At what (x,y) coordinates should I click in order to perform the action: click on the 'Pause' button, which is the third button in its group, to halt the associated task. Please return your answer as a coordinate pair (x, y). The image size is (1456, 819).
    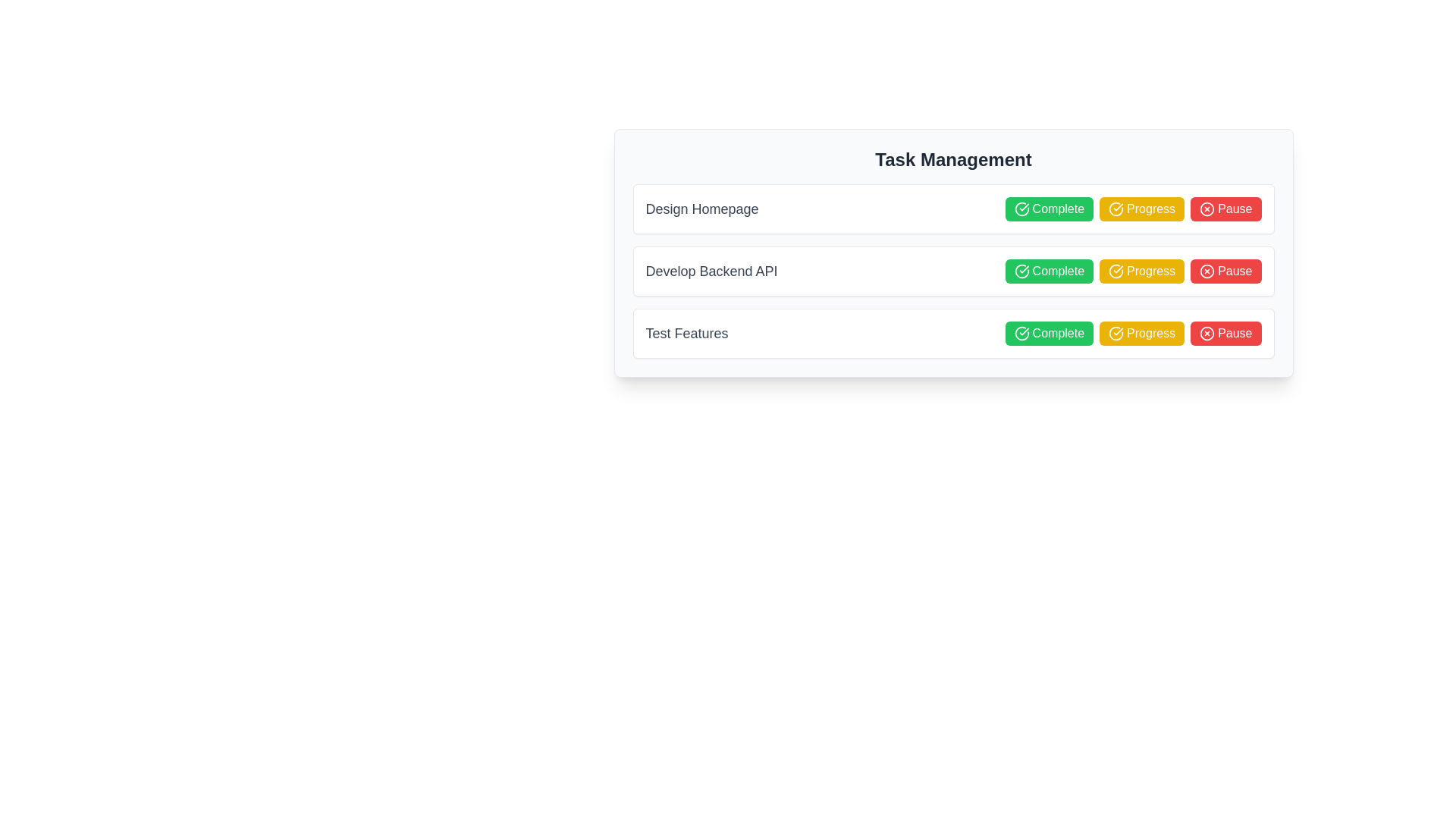
    Looking at the image, I should click on (1225, 332).